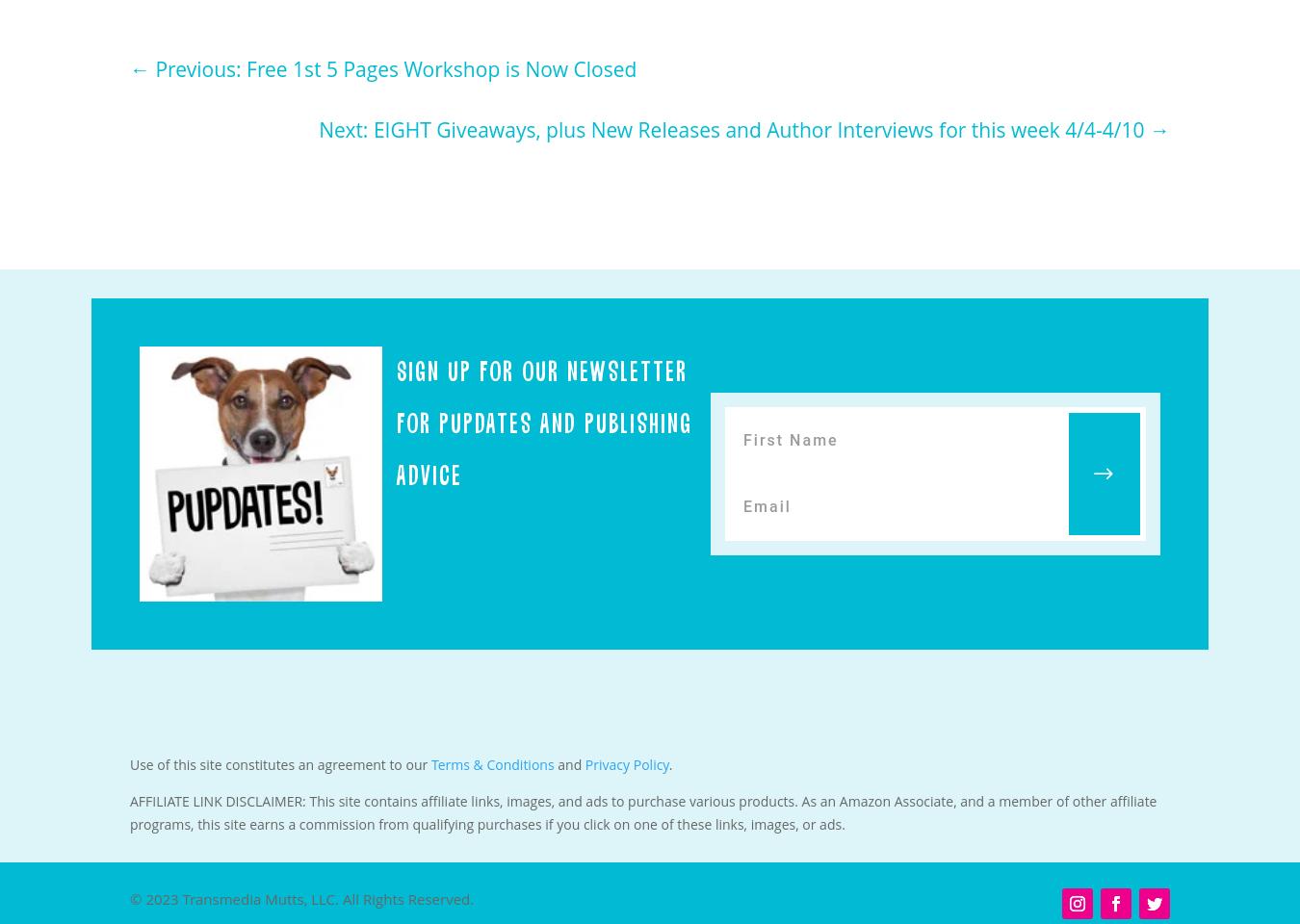 Image resolution: width=1300 pixels, height=924 pixels. Describe the element at coordinates (553, 764) in the screenshot. I see `'and'` at that location.